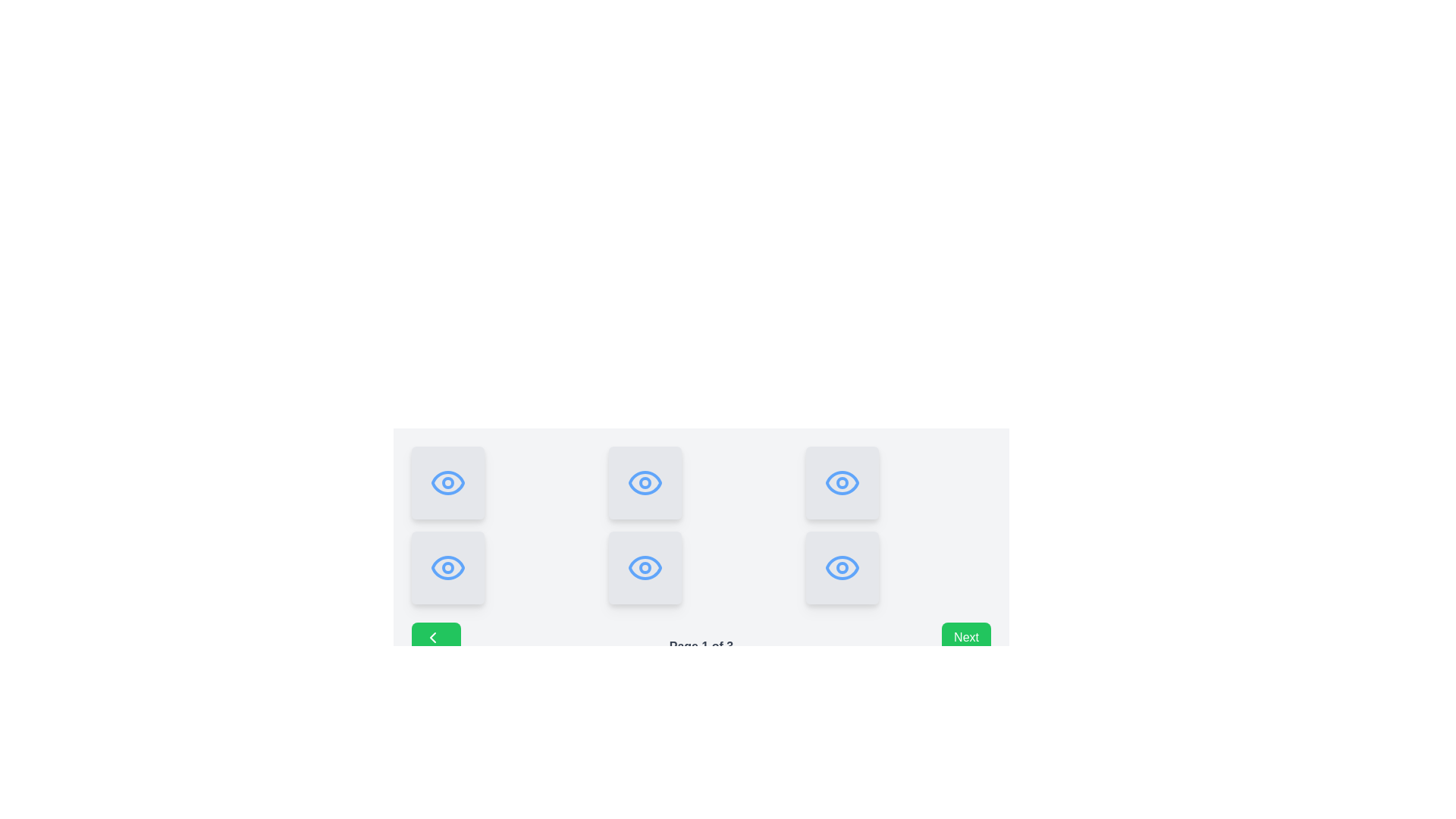  Describe the element at coordinates (447, 482) in the screenshot. I see `the state of the eye icon, which represents visibility, located in the top-left rounded gray box of a 2x3 grid` at that location.